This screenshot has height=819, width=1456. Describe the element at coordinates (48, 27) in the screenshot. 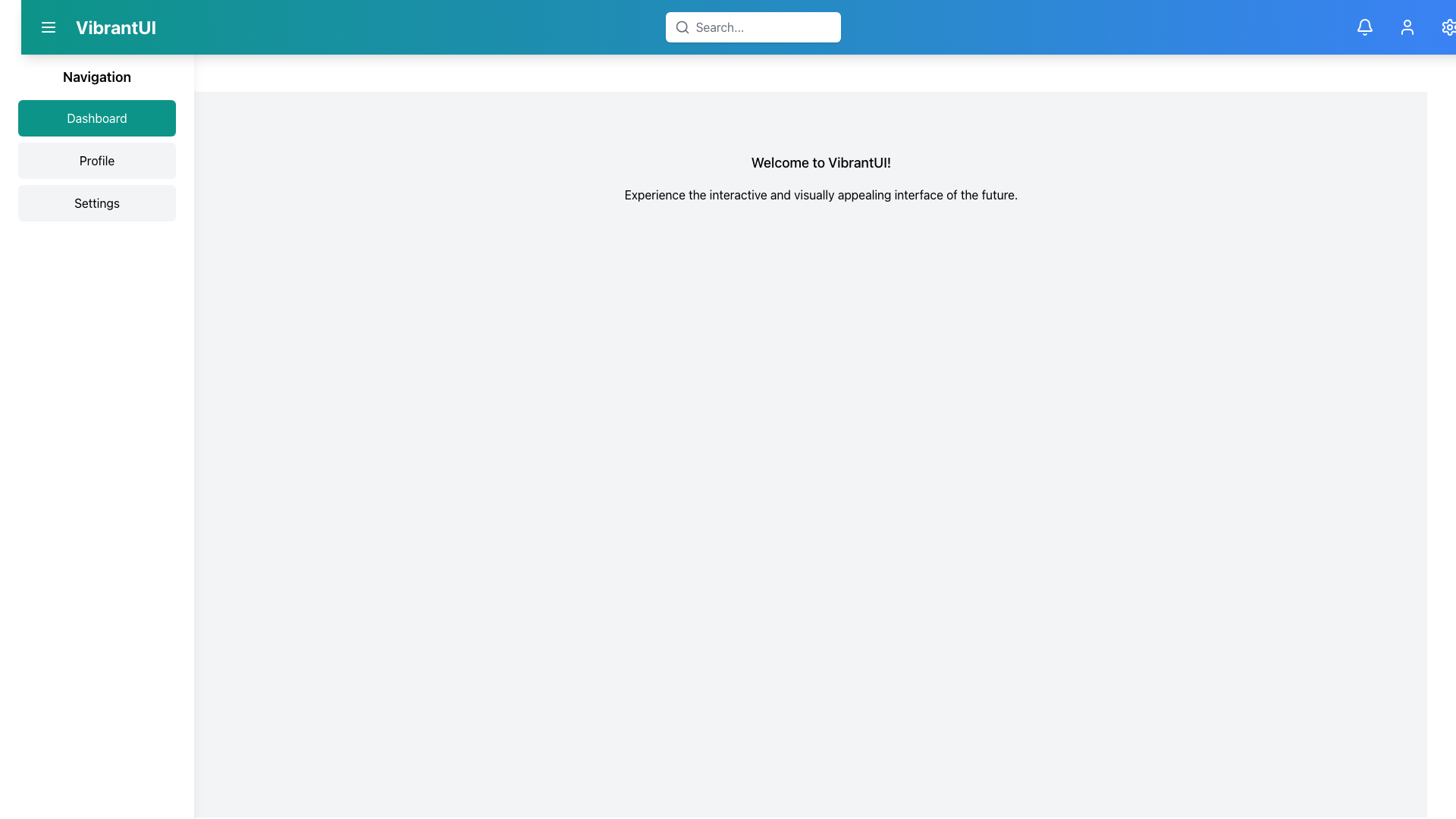

I see `the menu button located in the header bar, to the left of the 'VibrantUI' text` at that location.